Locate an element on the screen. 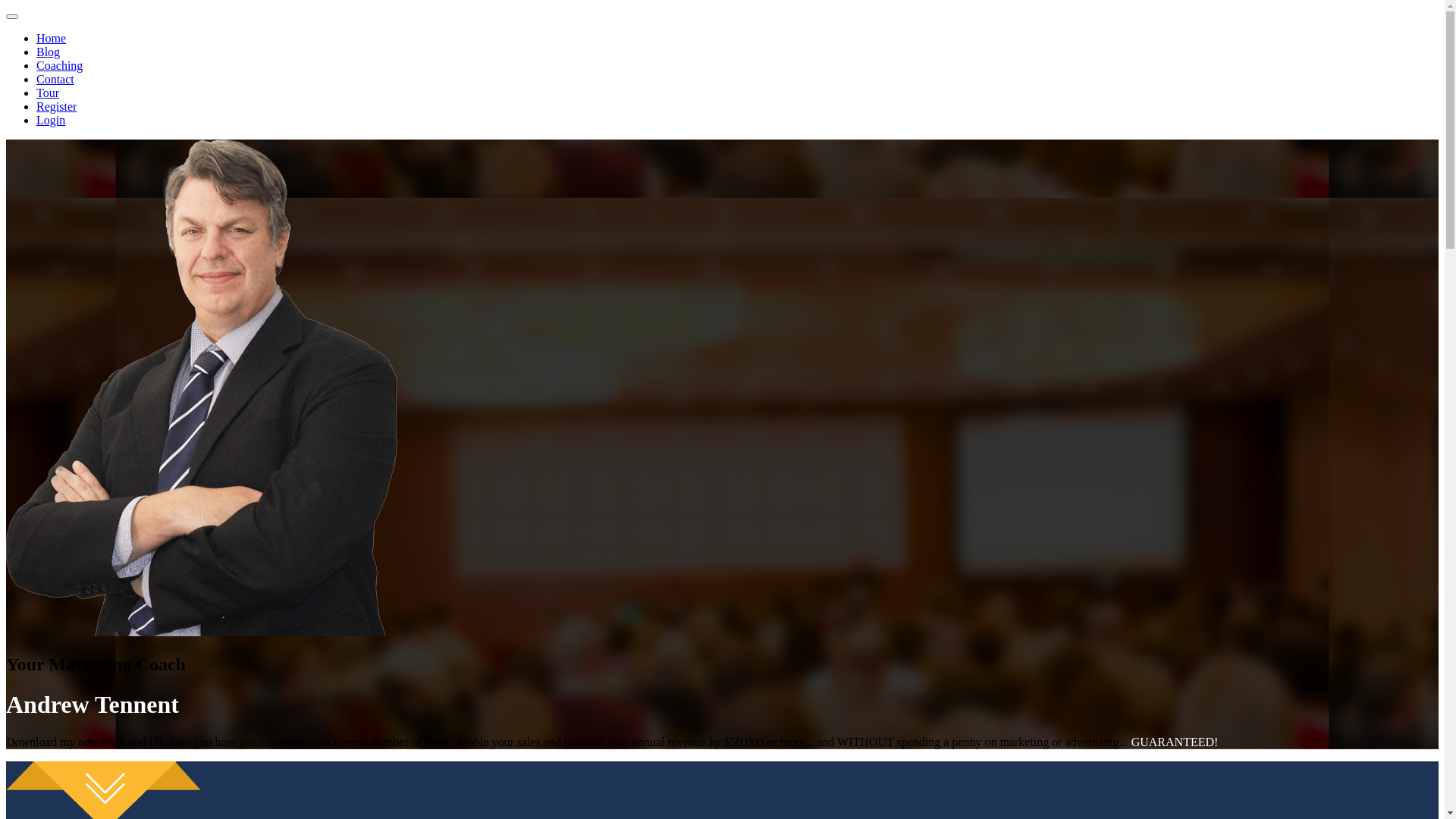  'Tour' is located at coordinates (47, 93).